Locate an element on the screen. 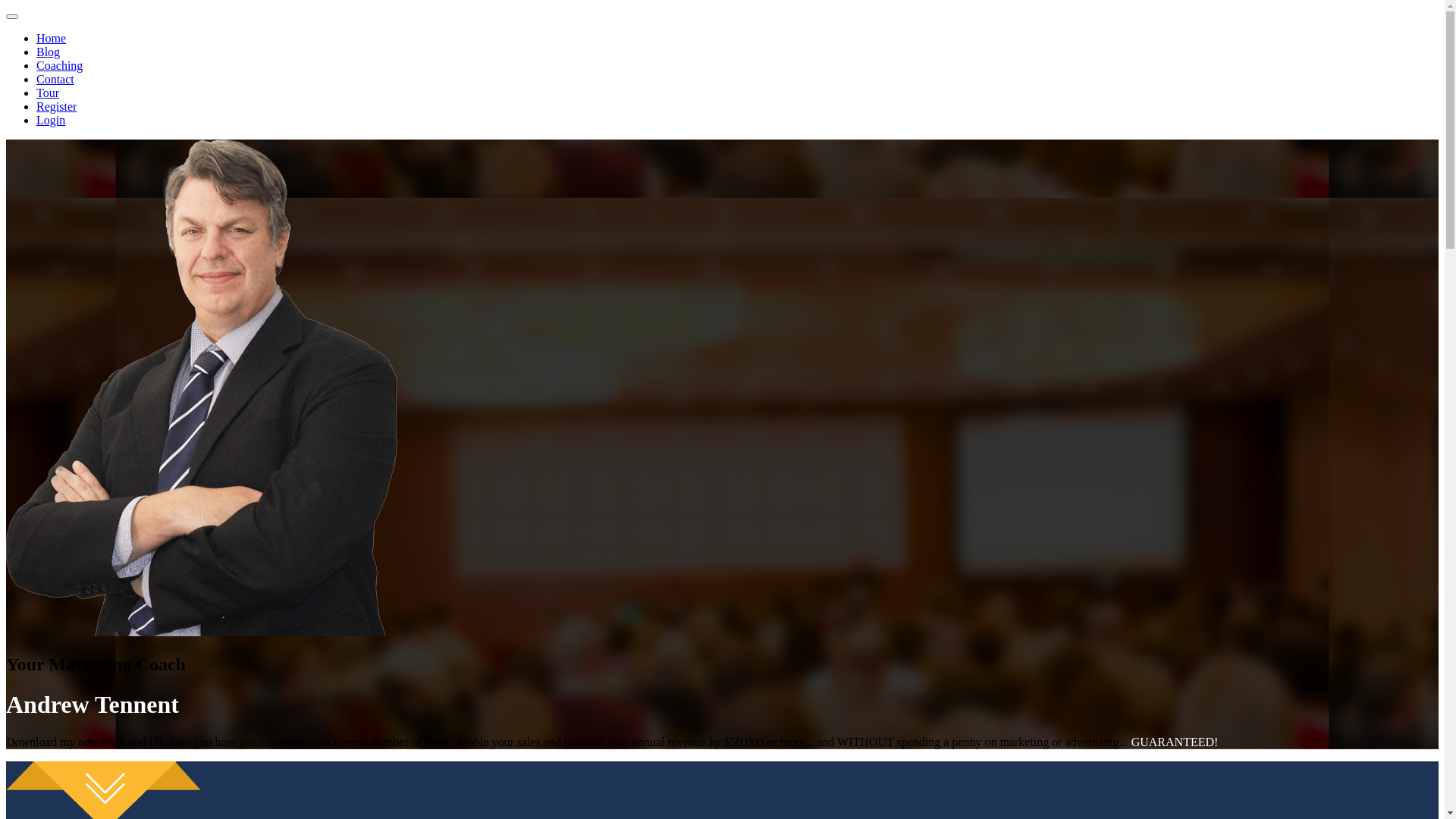  'Tour' is located at coordinates (47, 93).